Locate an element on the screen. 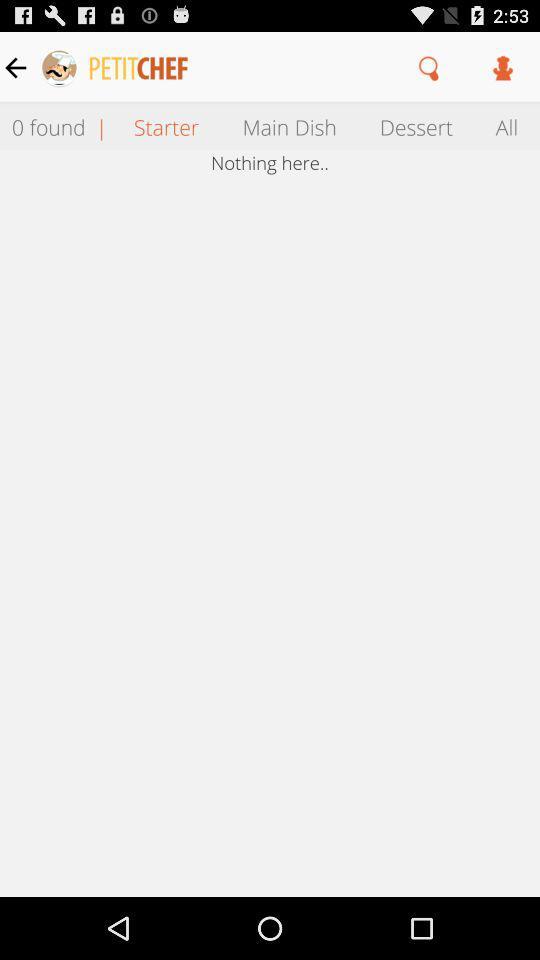 This screenshot has height=960, width=540. starter is located at coordinates (165, 125).